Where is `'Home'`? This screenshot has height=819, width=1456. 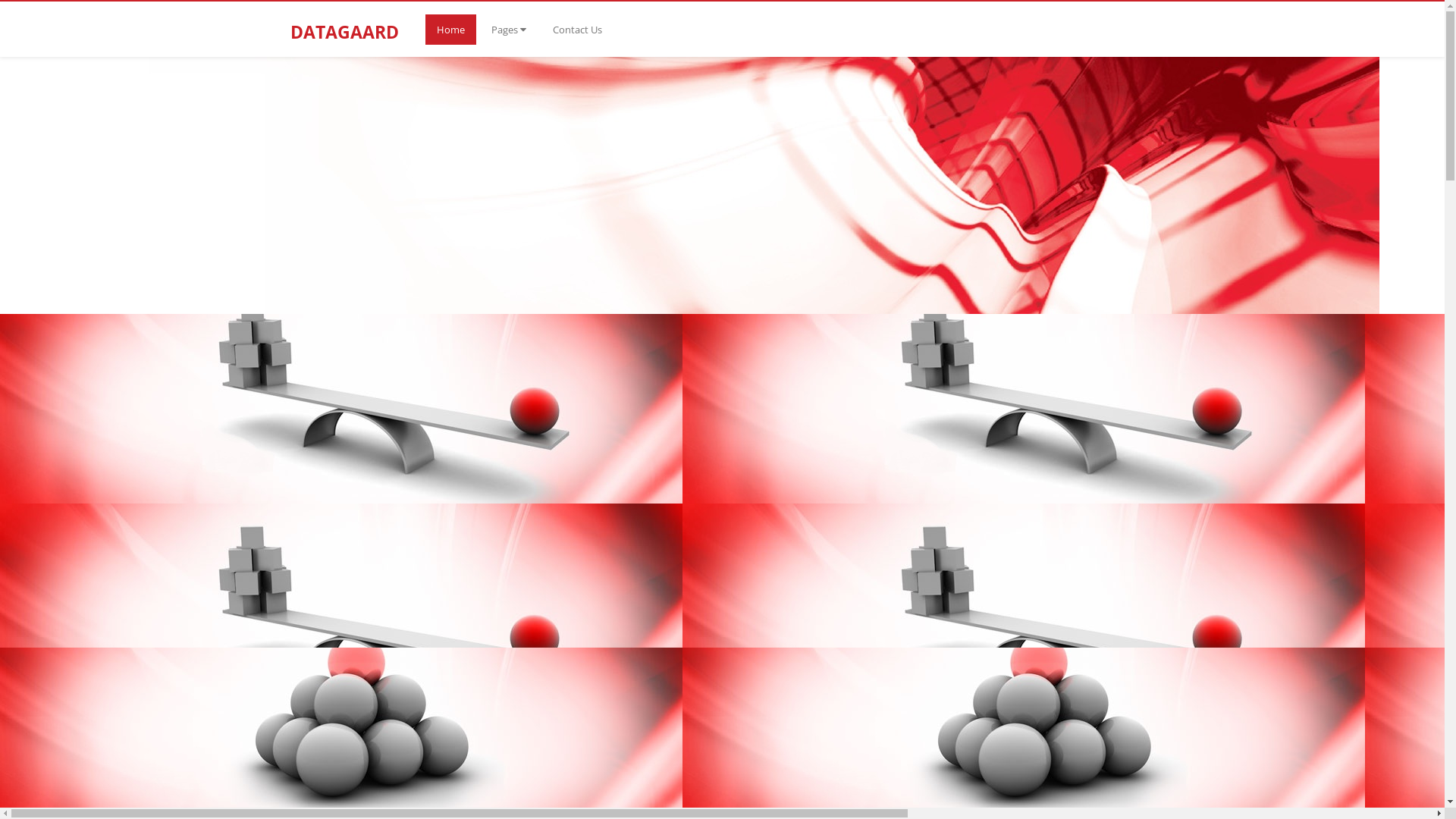 'Home' is located at coordinates (449, 29).